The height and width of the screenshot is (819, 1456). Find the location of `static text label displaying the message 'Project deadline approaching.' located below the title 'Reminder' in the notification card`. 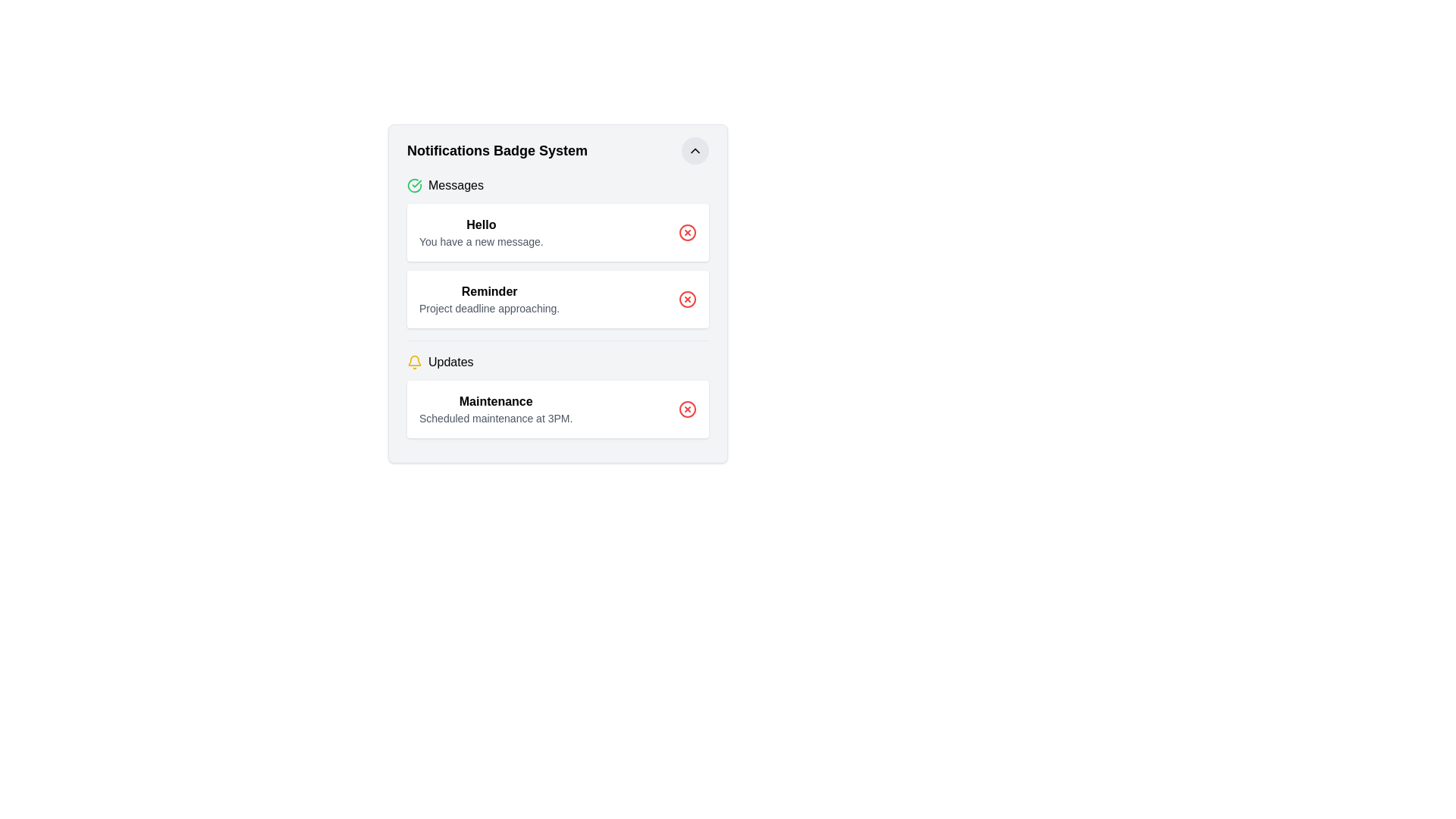

static text label displaying the message 'Project deadline approaching.' located below the title 'Reminder' in the notification card is located at coordinates (489, 308).